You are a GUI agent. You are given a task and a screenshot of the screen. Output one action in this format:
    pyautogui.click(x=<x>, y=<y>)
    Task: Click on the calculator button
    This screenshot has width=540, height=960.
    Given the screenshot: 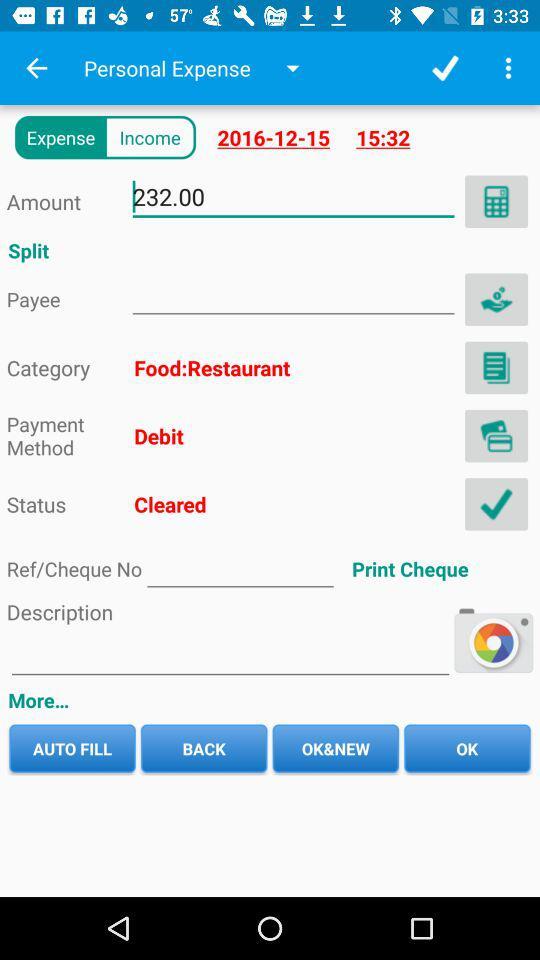 What is the action you would take?
    pyautogui.click(x=495, y=201)
    